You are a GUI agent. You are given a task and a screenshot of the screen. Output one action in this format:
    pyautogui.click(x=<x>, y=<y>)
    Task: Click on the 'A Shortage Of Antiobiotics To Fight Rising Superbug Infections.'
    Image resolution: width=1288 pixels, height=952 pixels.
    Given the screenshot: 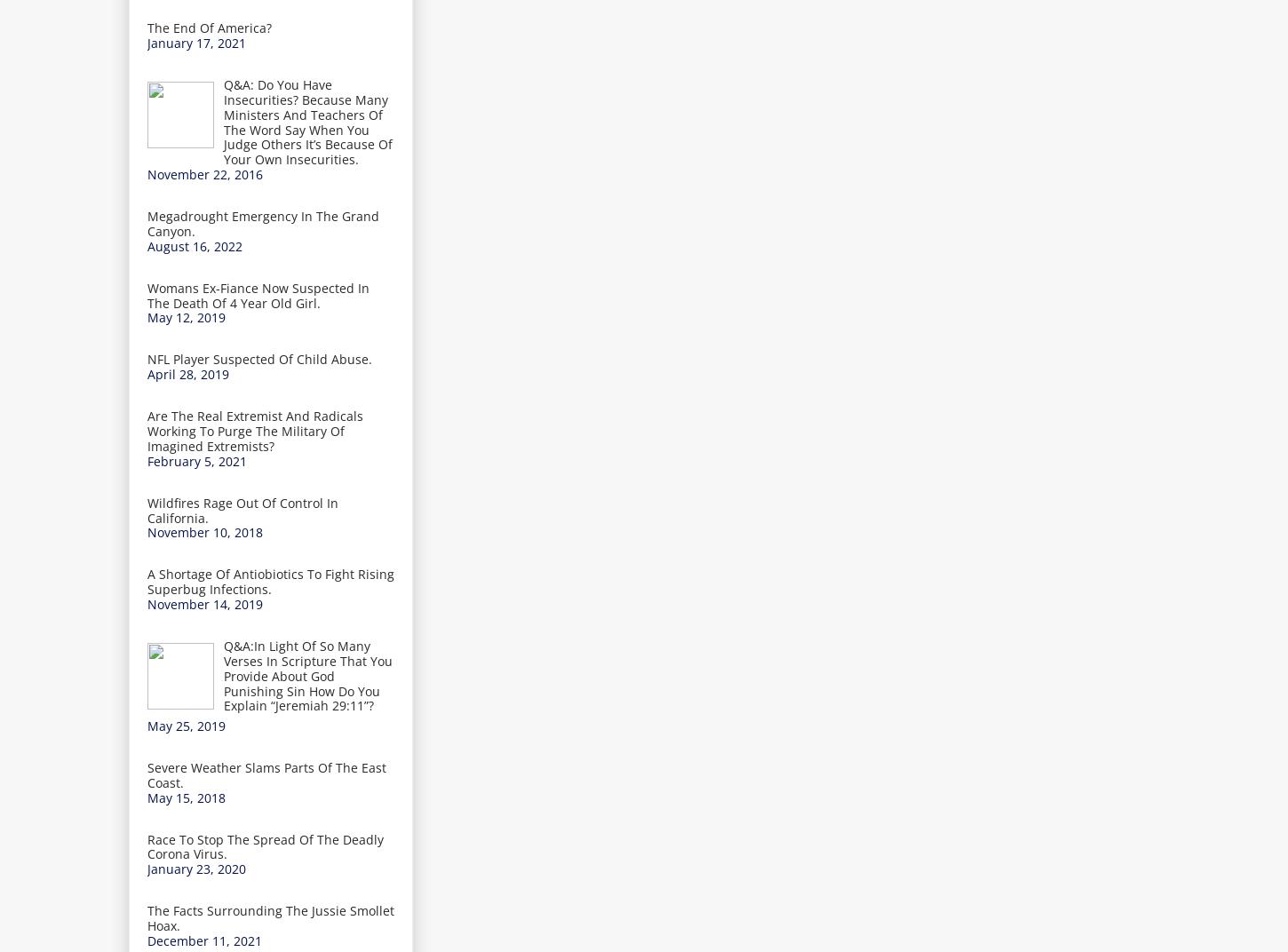 What is the action you would take?
    pyautogui.click(x=270, y=581)
    